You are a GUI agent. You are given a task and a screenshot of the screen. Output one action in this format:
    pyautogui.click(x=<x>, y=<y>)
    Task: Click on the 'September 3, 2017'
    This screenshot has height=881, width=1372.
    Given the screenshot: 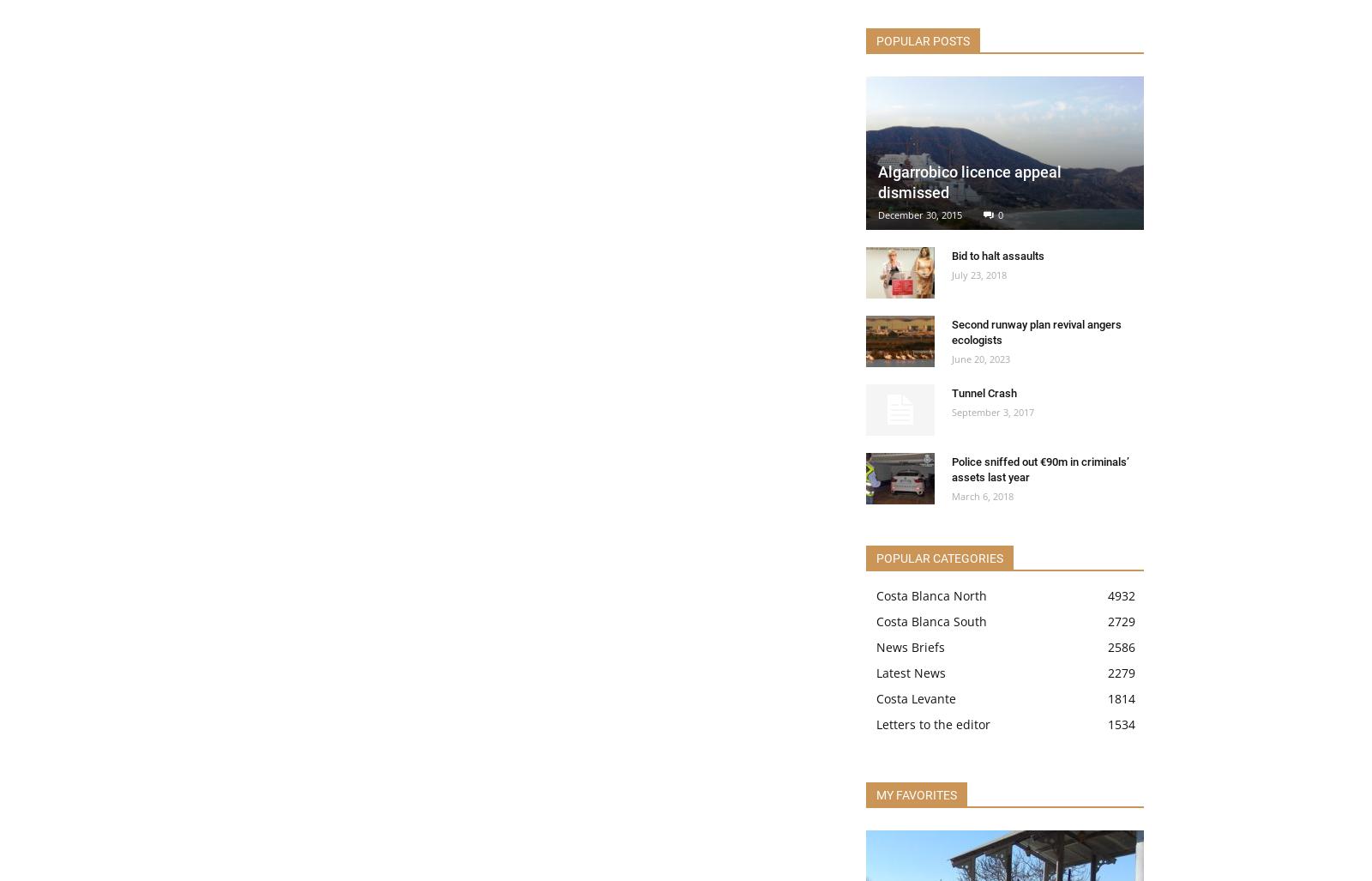 What is the action you would take?
    pyautogui.click(x=993, y=412)
    